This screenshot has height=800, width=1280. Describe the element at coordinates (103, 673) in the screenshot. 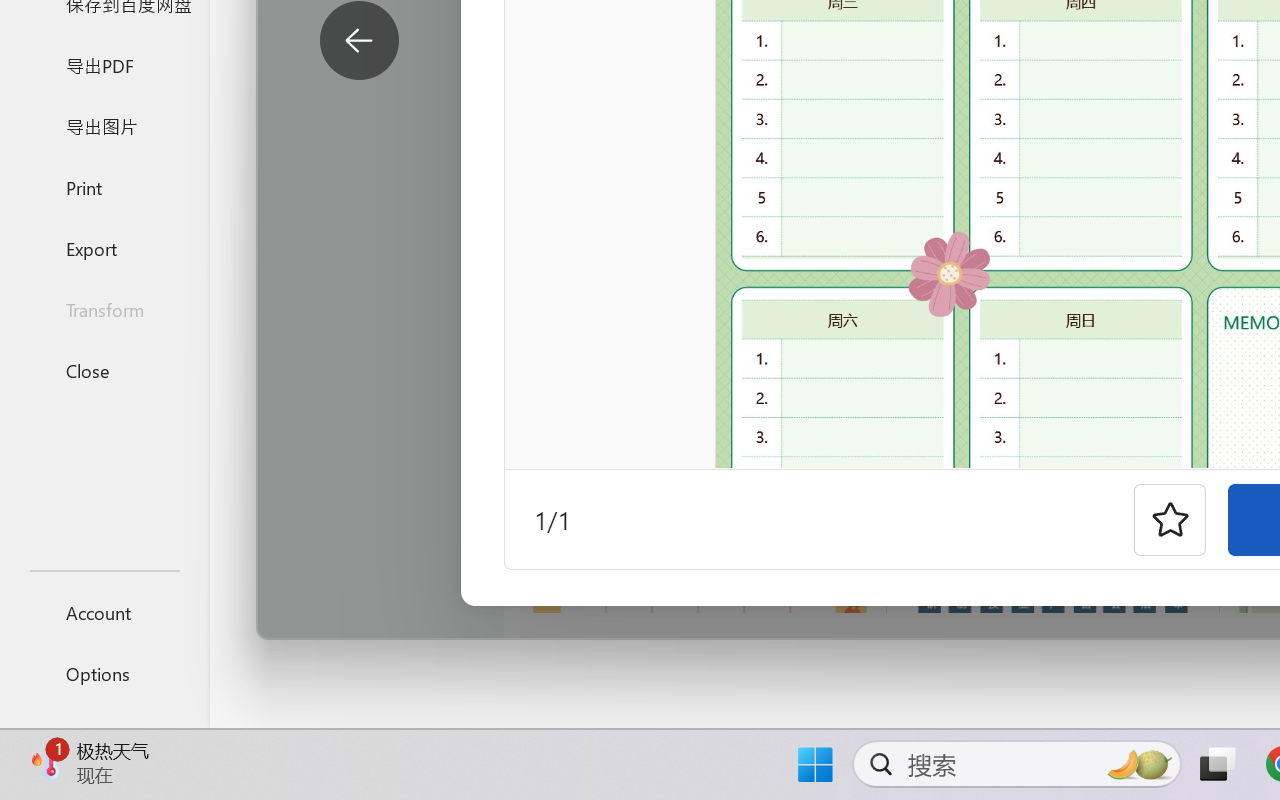

I see `'Options'` at that location.